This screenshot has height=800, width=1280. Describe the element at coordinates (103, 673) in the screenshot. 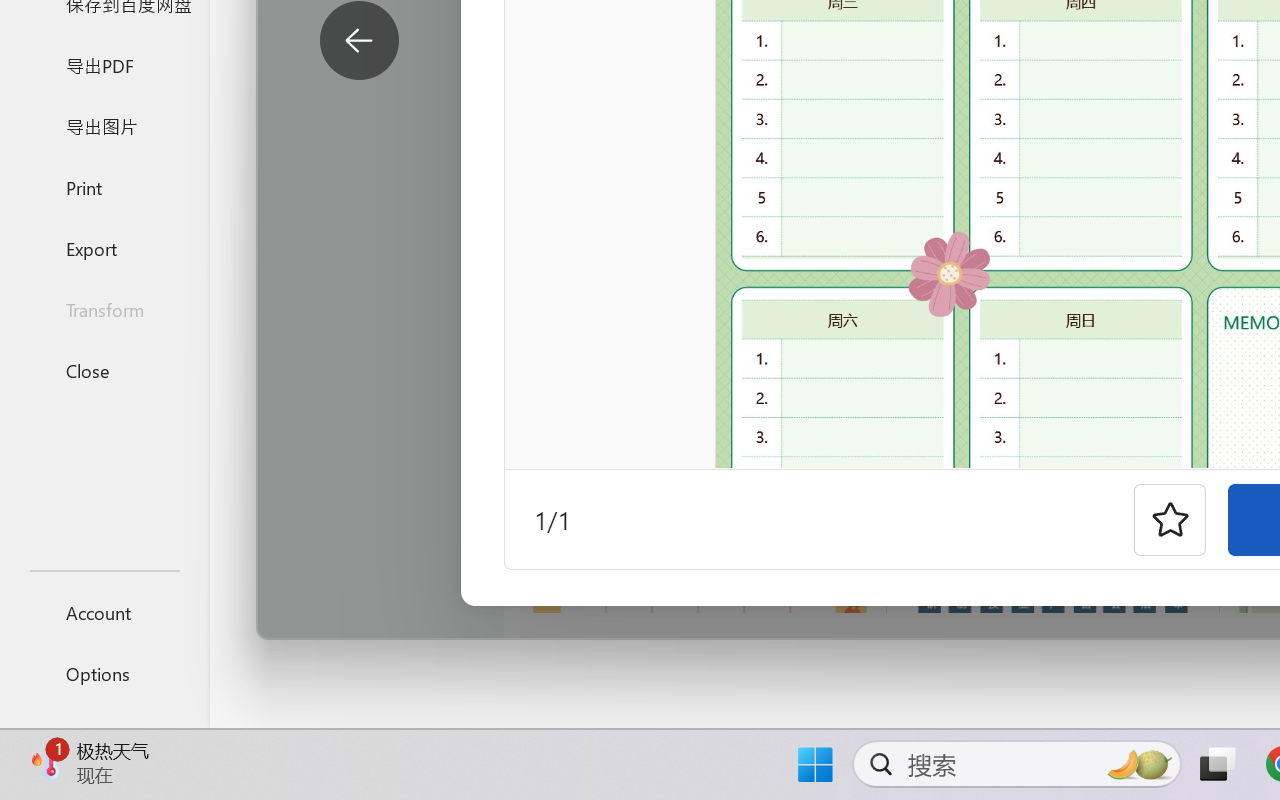

I see `'Options'` at that location.